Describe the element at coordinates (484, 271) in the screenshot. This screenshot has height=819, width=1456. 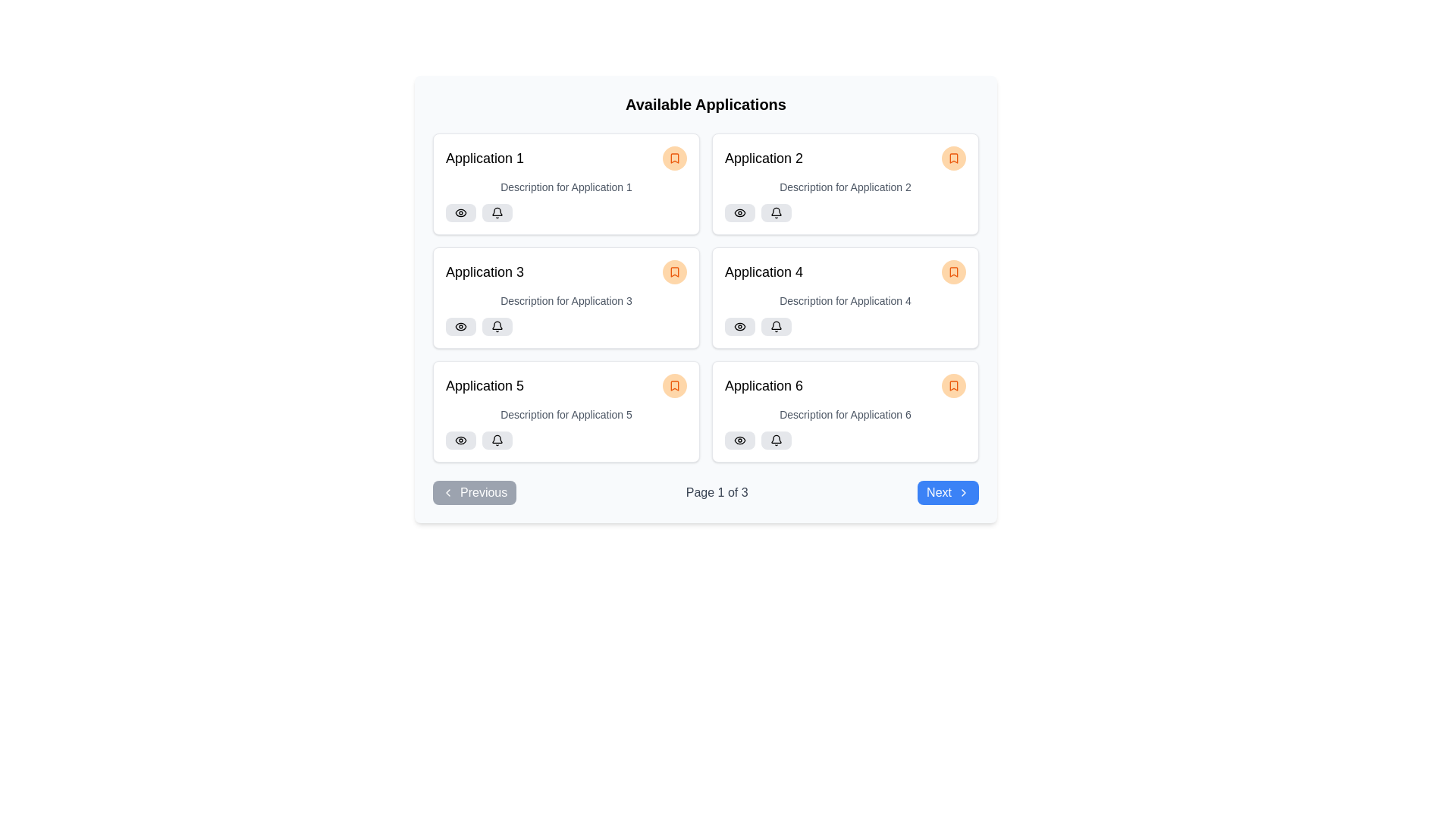
I see `the static text label reading 'Application 3', which is centrally positioned within the third card in the left column of the grid layout` at that location.